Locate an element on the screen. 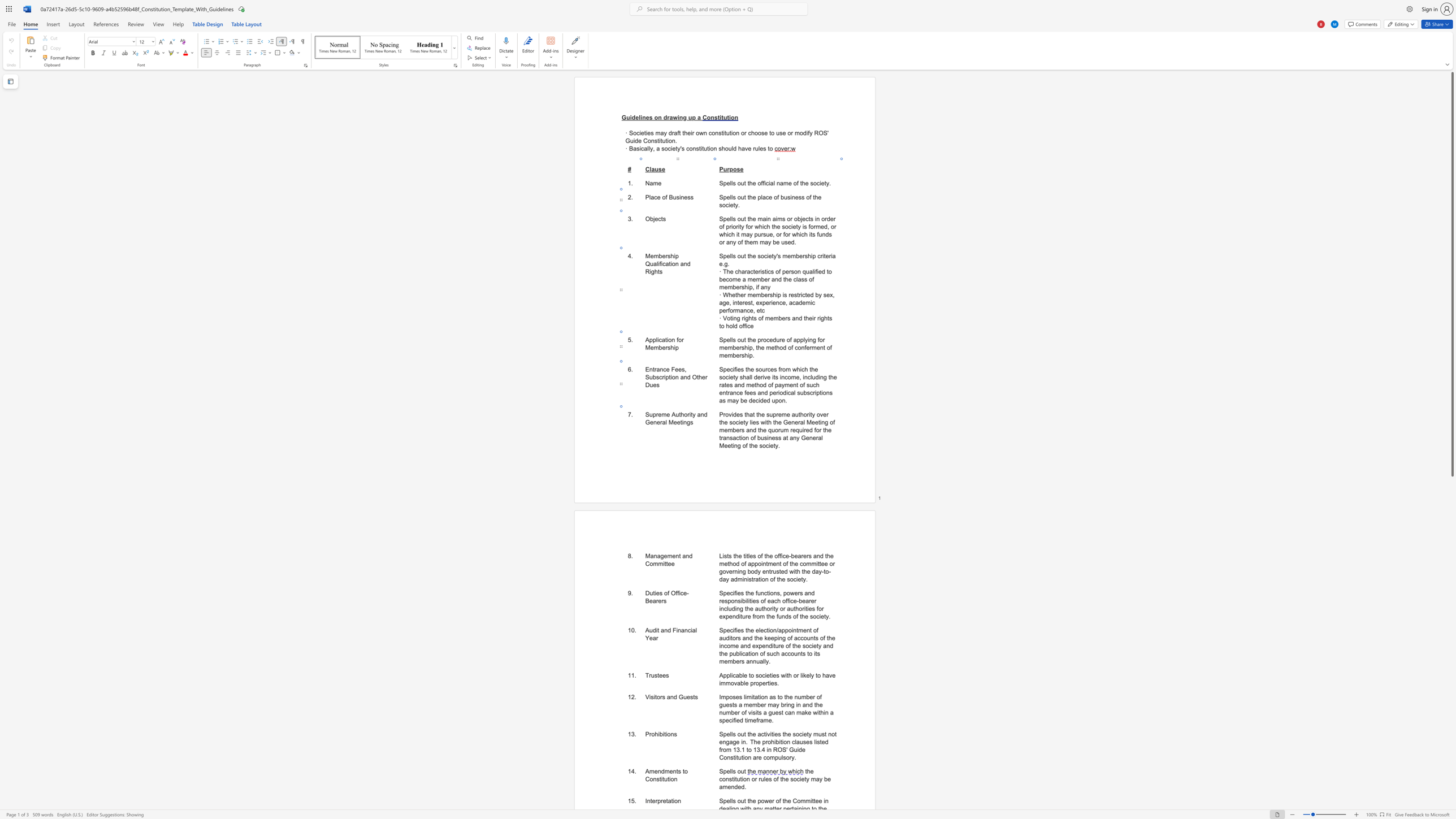 Image resolution: width=1456 pixels, height=819 pixels. the 11th character "n" in the text is located at coordinates (756, 654).